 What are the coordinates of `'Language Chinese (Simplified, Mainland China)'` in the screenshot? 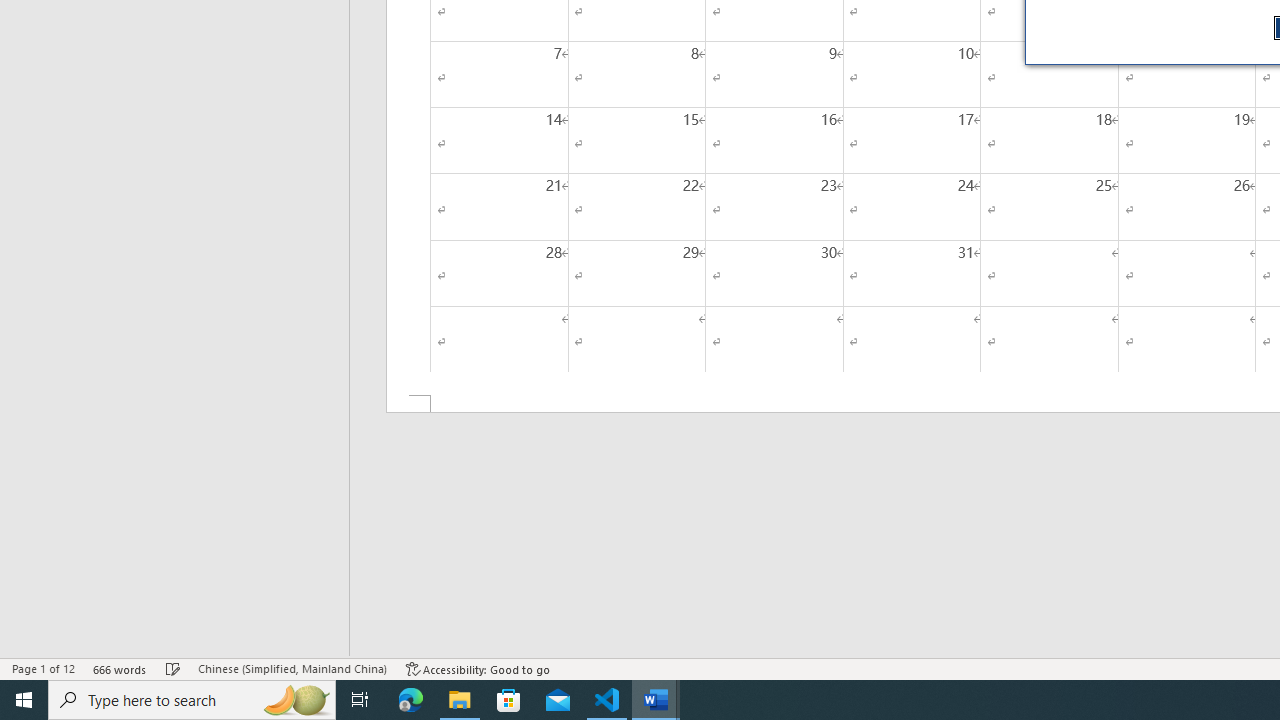 It's located at (291, 669).